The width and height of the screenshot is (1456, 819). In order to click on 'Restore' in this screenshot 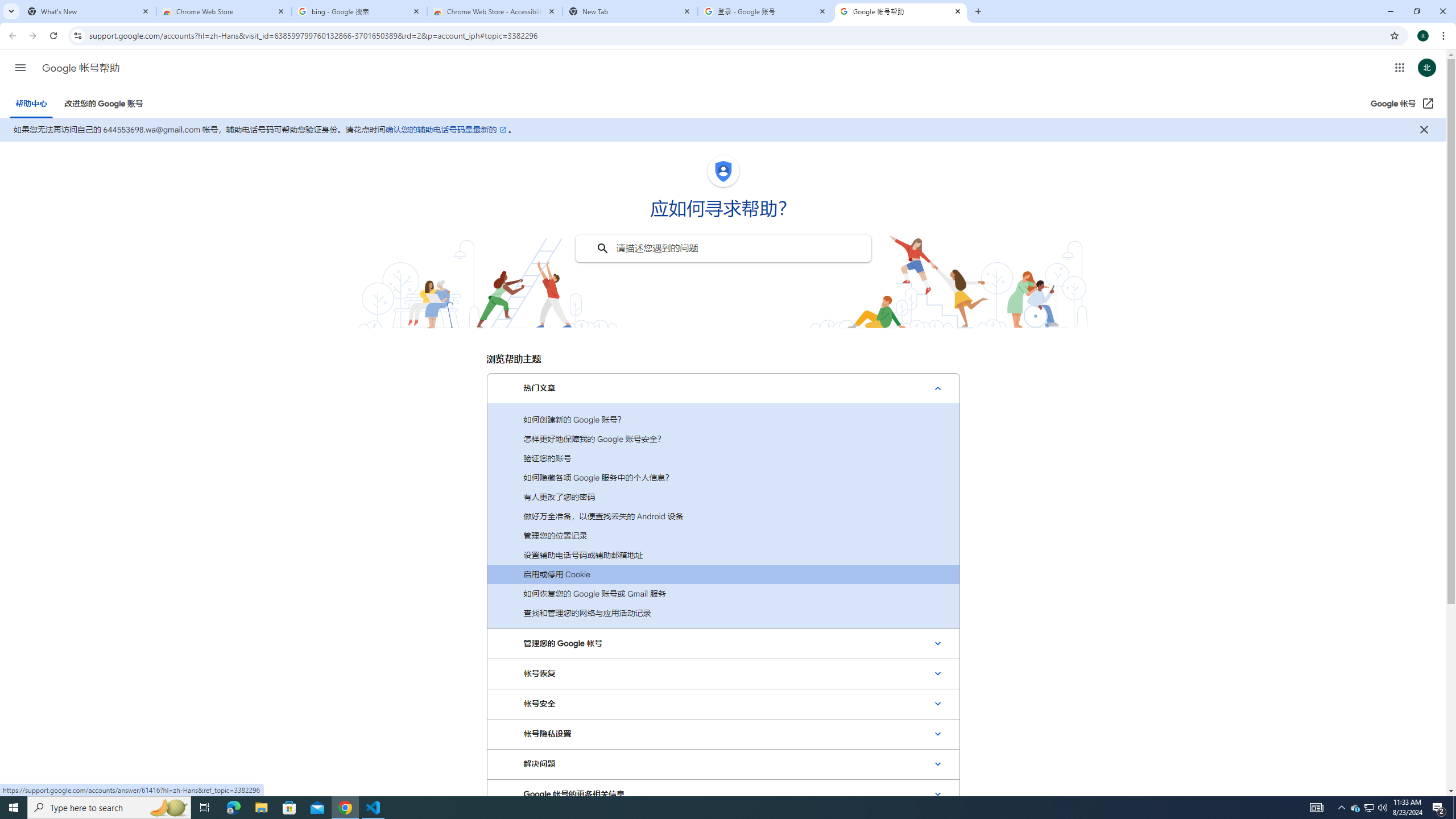, I will do `click(1416, 11)`.